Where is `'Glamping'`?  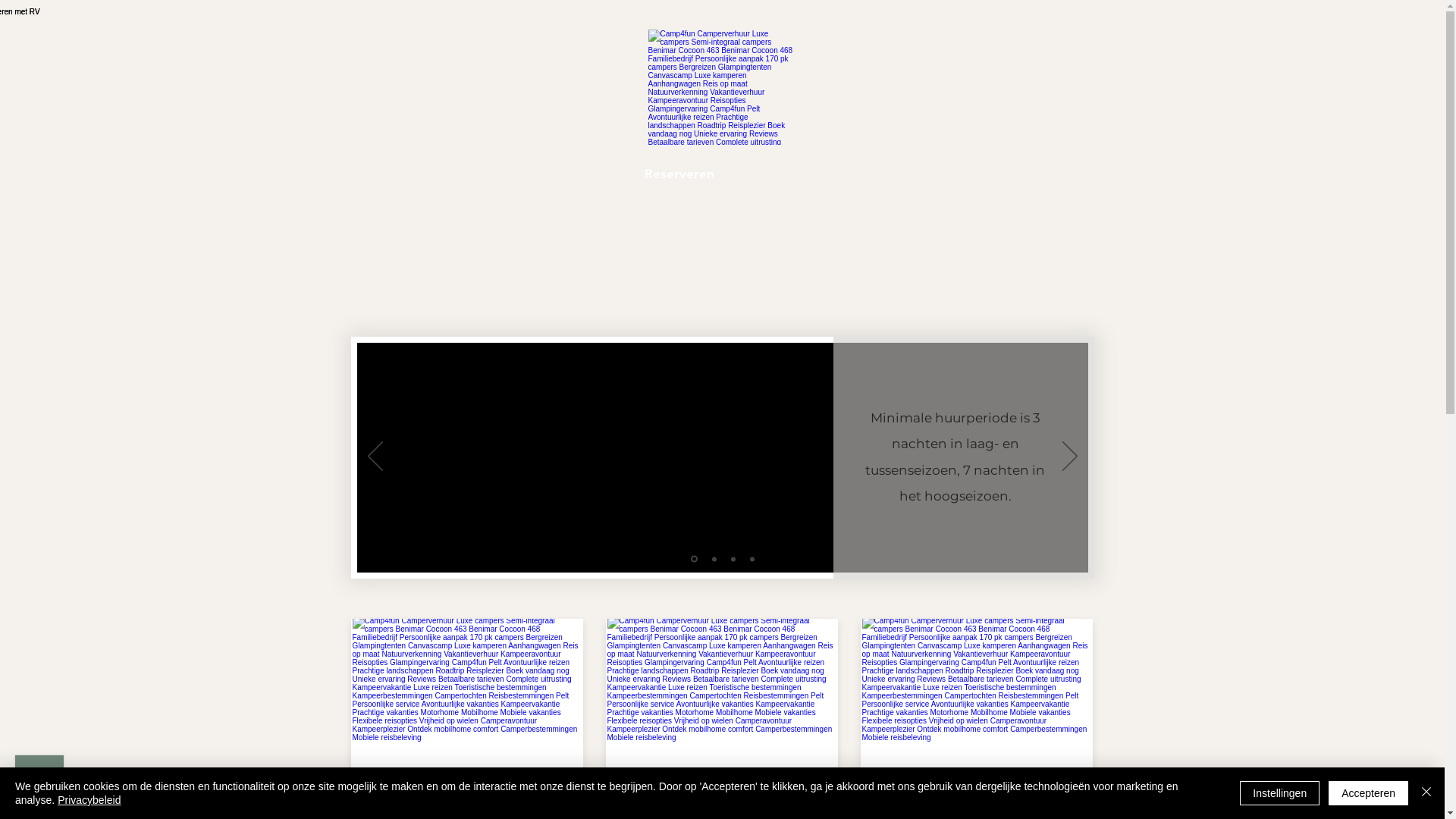
'Glamping' is located at coordinates (977, 172).